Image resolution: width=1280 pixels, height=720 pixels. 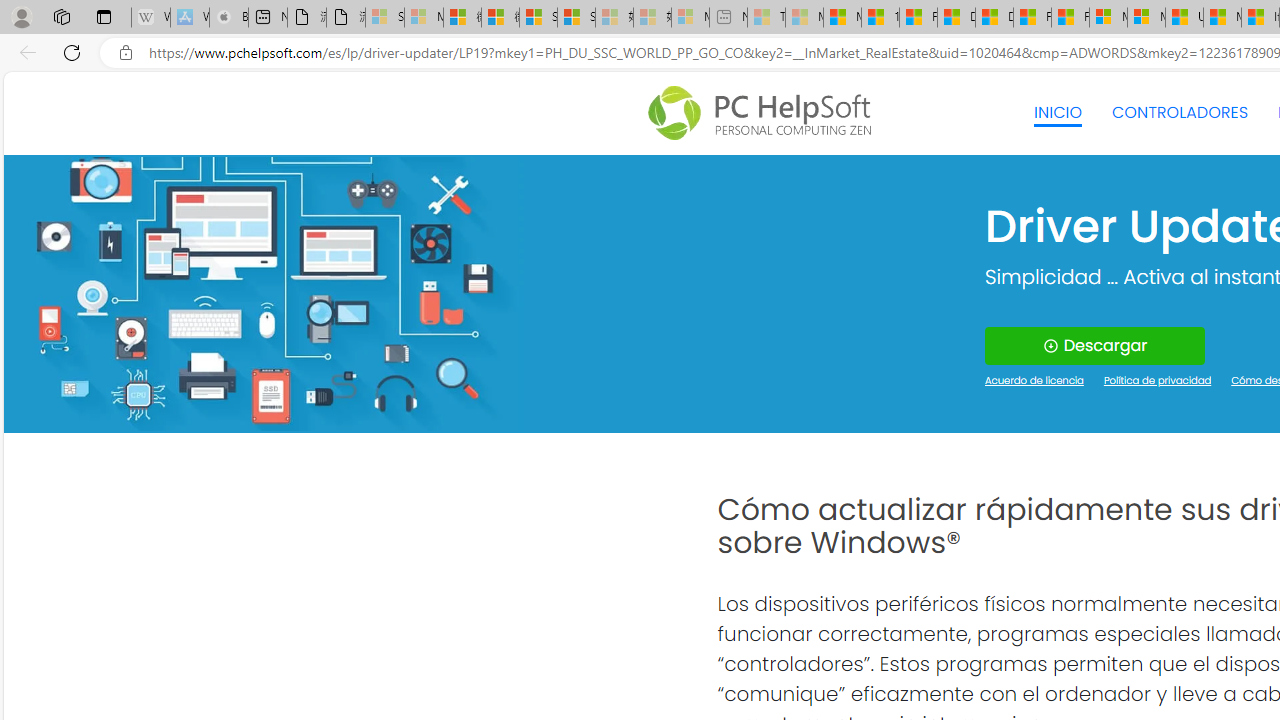 I want to click on 'US Heat Deaths Soared To Record High Last Year', so click(x=1184, y=17).